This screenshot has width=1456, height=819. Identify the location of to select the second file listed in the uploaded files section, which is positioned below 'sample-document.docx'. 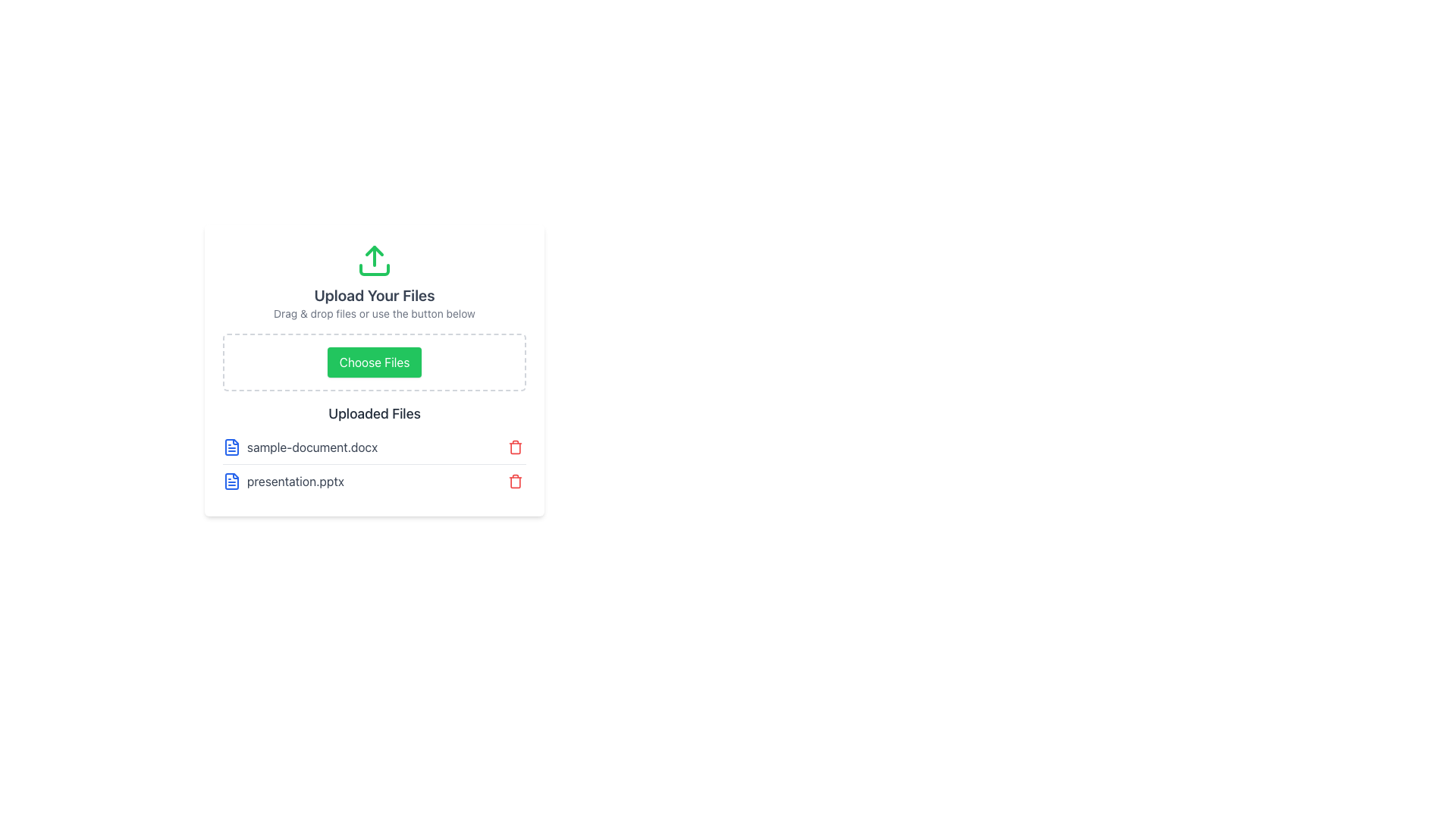
(284, 482).